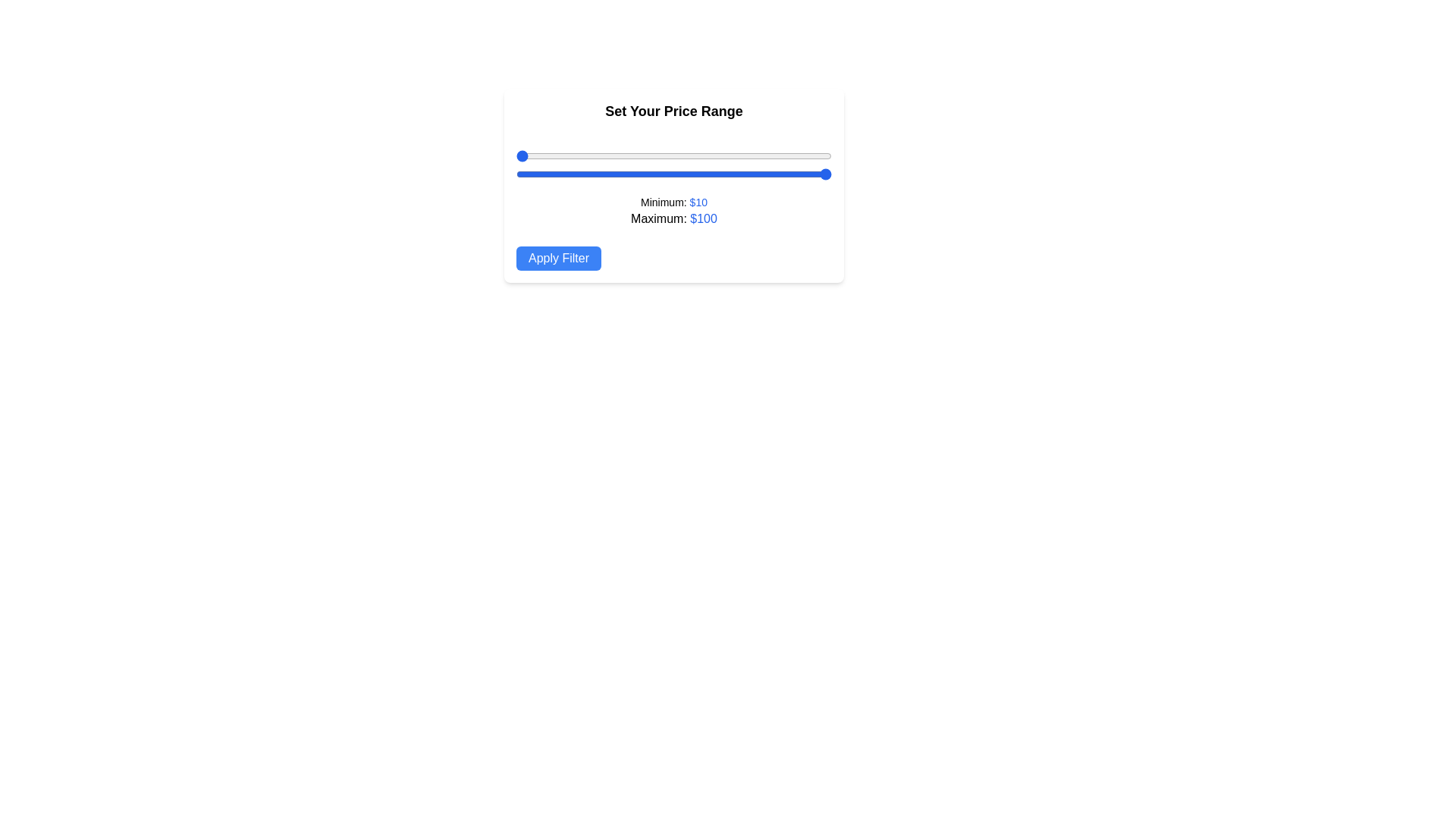  What do you see at coordinates (635, 155) in the screenshot?
I see `the slider position` at bounding box center [635, 155].